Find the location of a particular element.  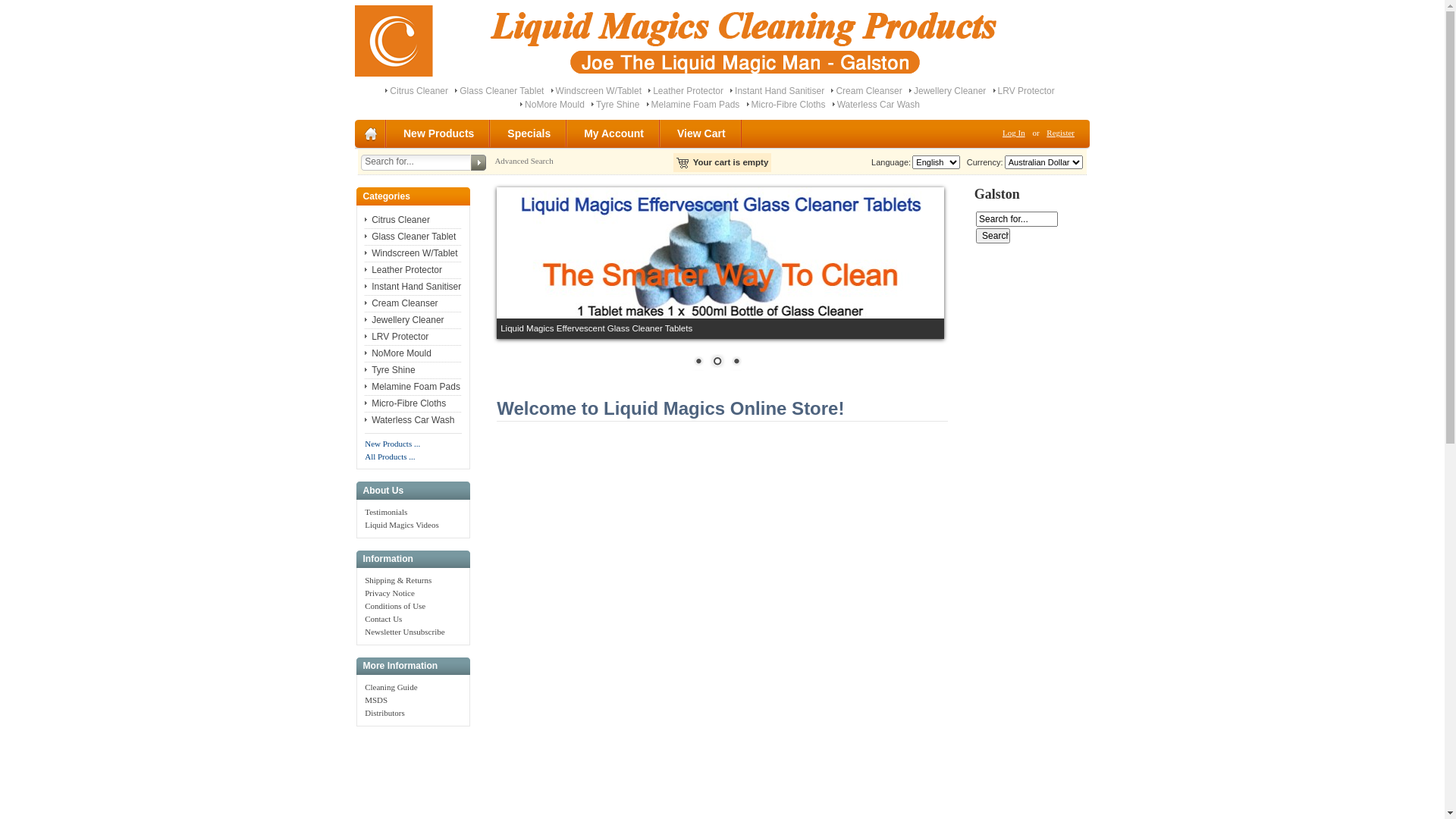

'Shipping & Returns' is located at coordinates (397, 579).